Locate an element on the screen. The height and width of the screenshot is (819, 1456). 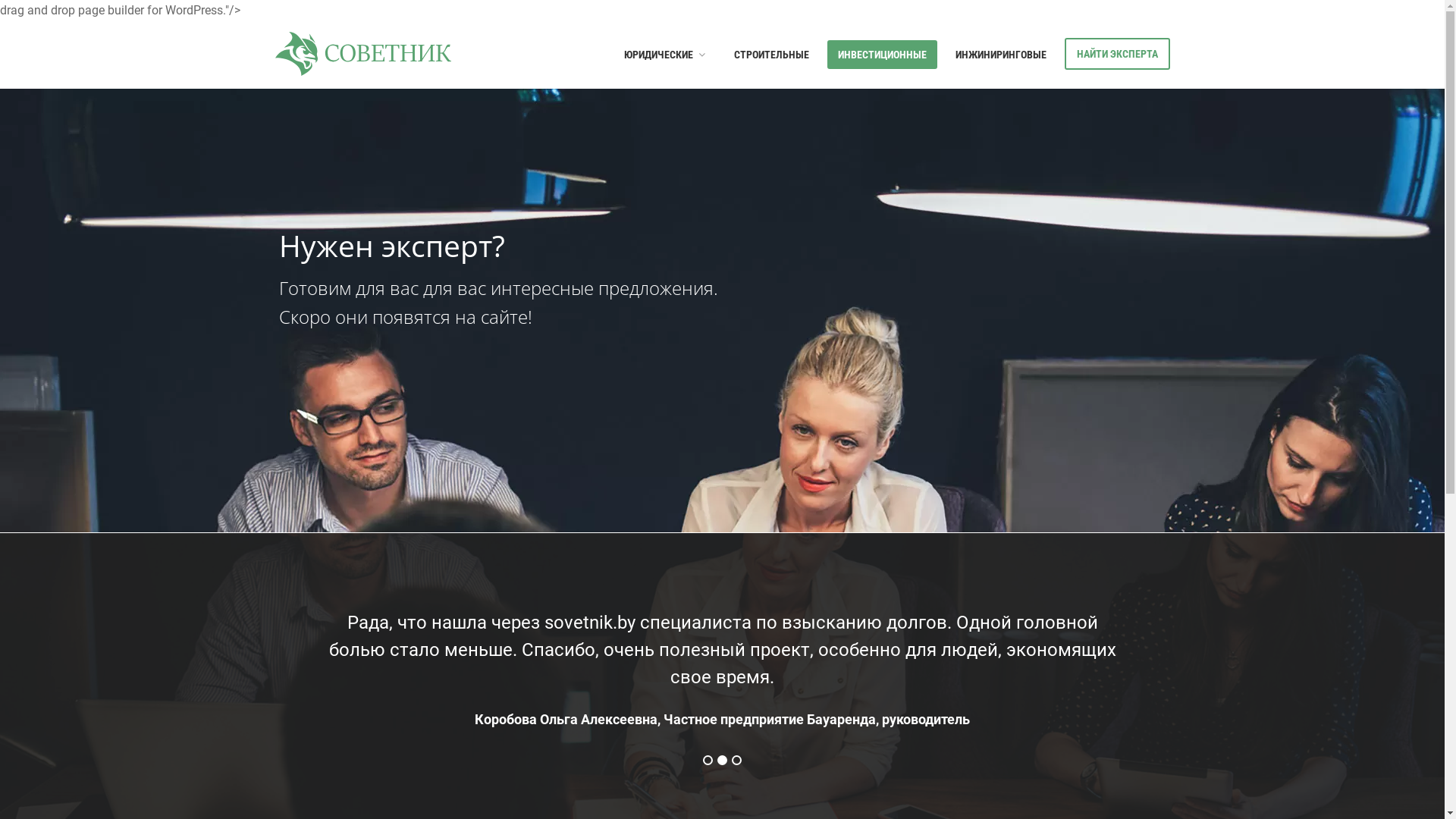
'3' is located at coordinates (736, 760).